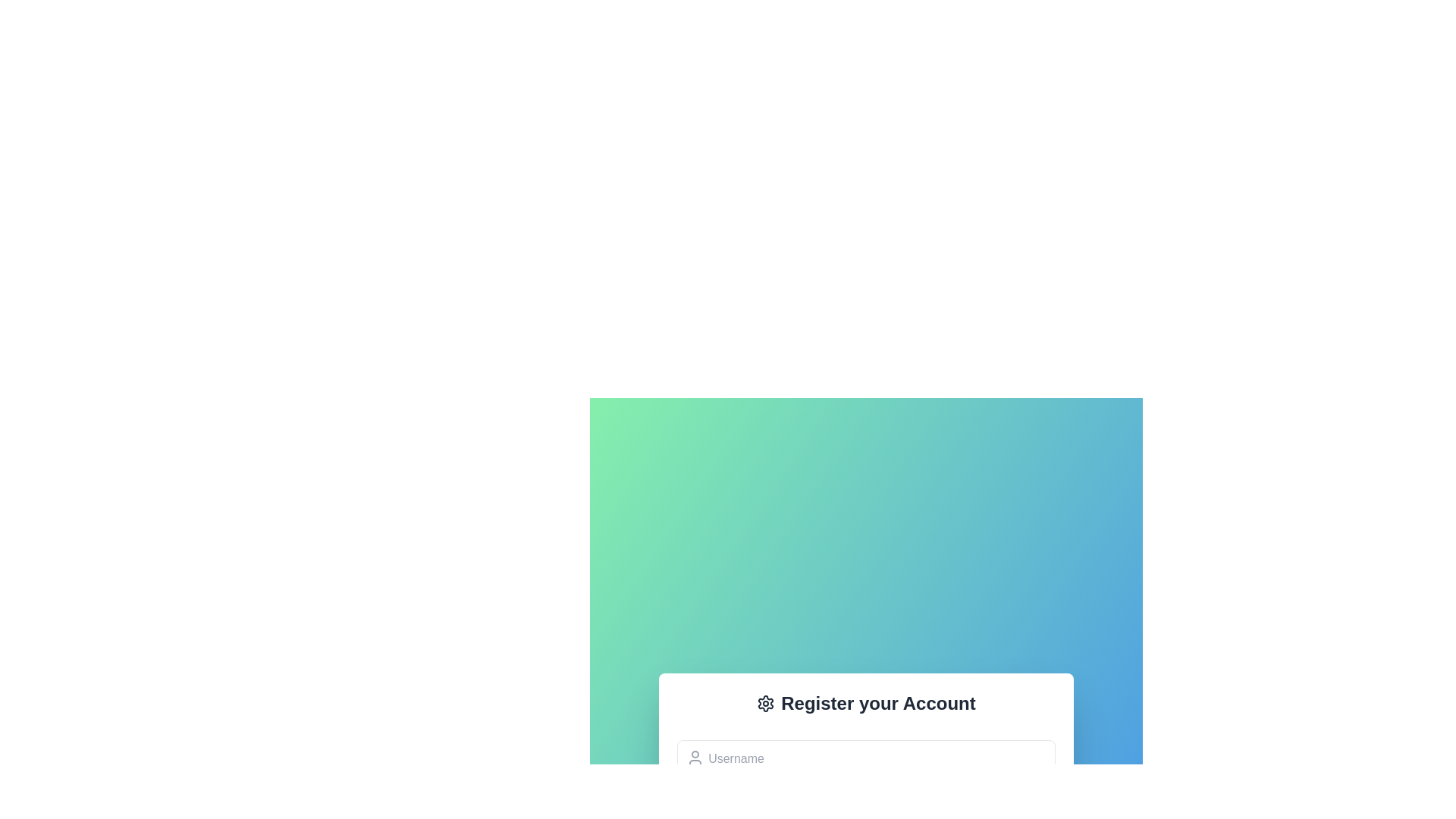 The image size is (1456, 819). Describe the element at coordinates (695, 758) in the screenshot. I see `the visual indicator icon that represents the username input field, located to the left of the 'Username' input field` at that location.